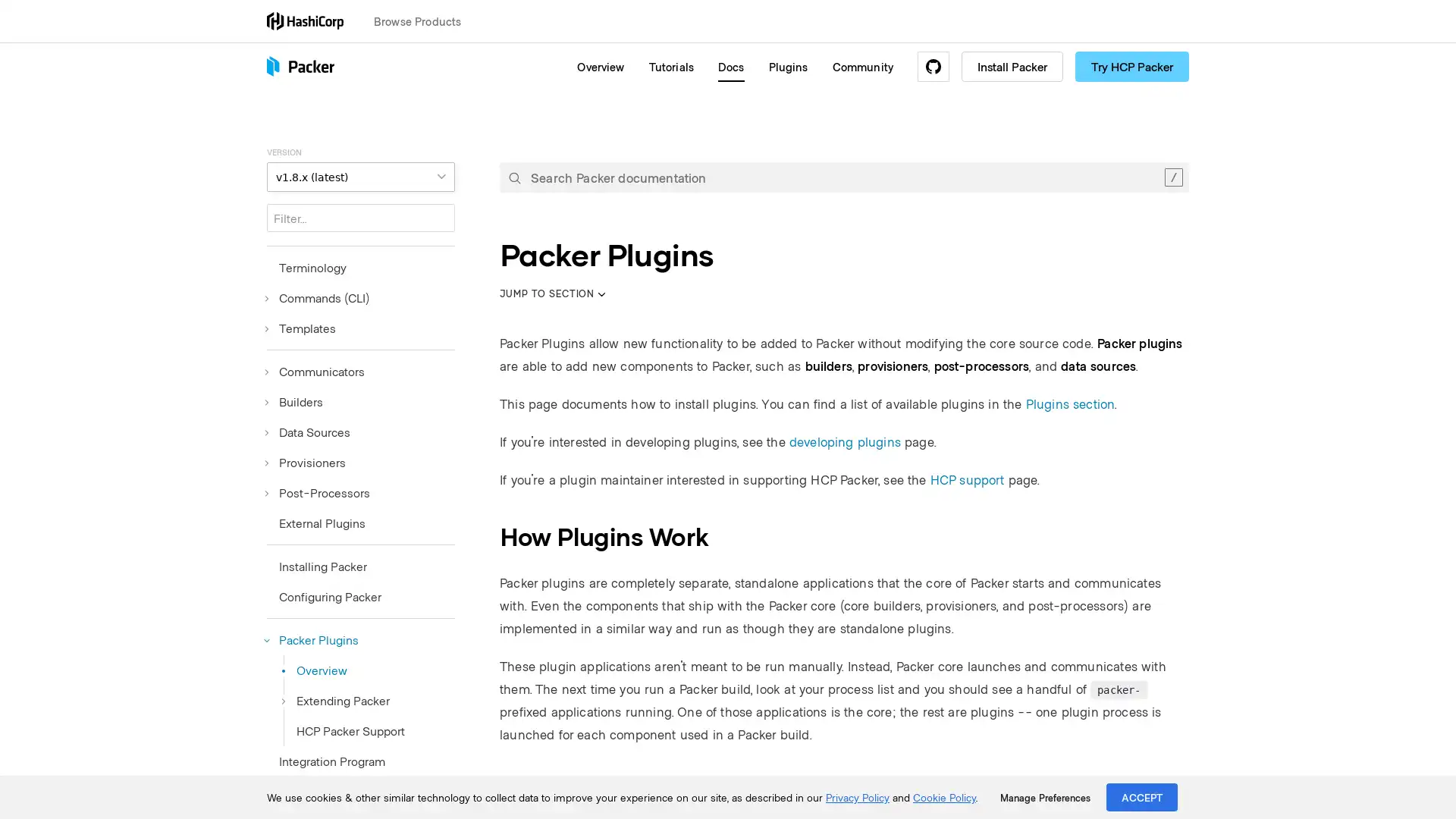 Image resolution: width=1456 pixels, height=819 pixels. What do you see at coordinates (359, 176) in the screenshot?
I see `VERSION` at bounding box center [359, 176].